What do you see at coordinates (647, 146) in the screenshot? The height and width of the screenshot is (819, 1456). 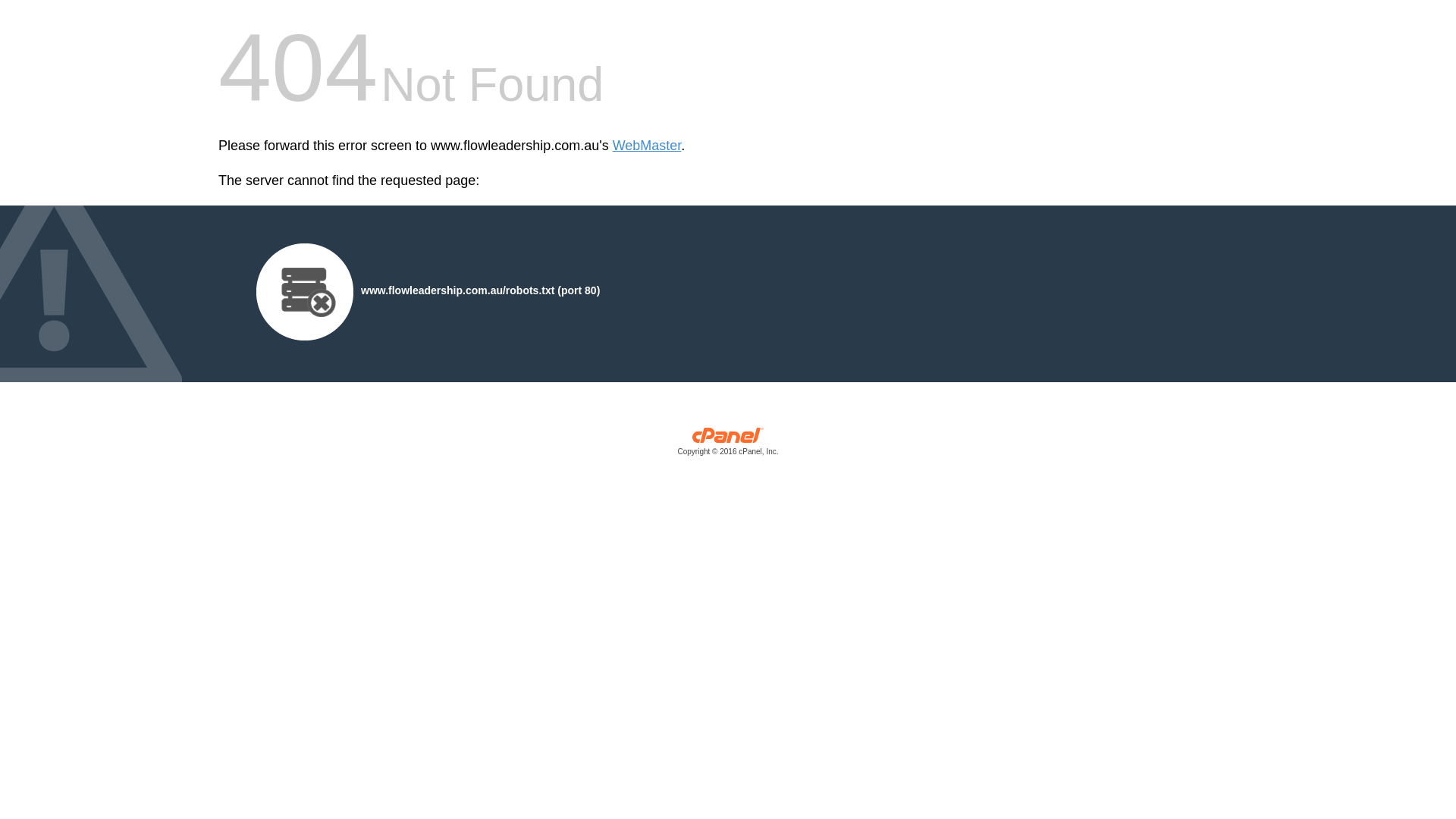 I see `'WebMaster'` at bounding box center [647, 146].